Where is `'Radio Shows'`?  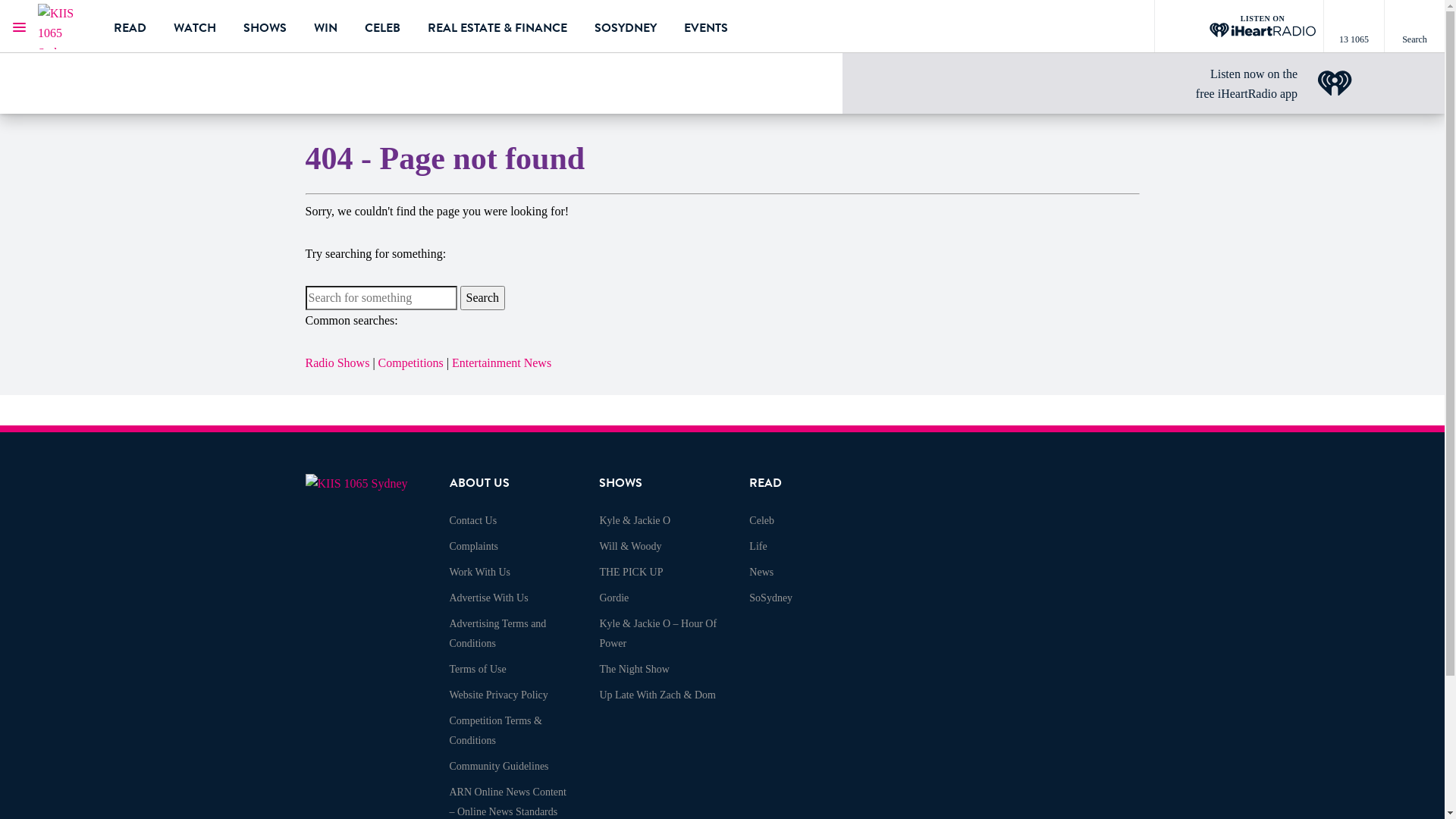
'Radio Shows' is located at coordinates (304, 362).